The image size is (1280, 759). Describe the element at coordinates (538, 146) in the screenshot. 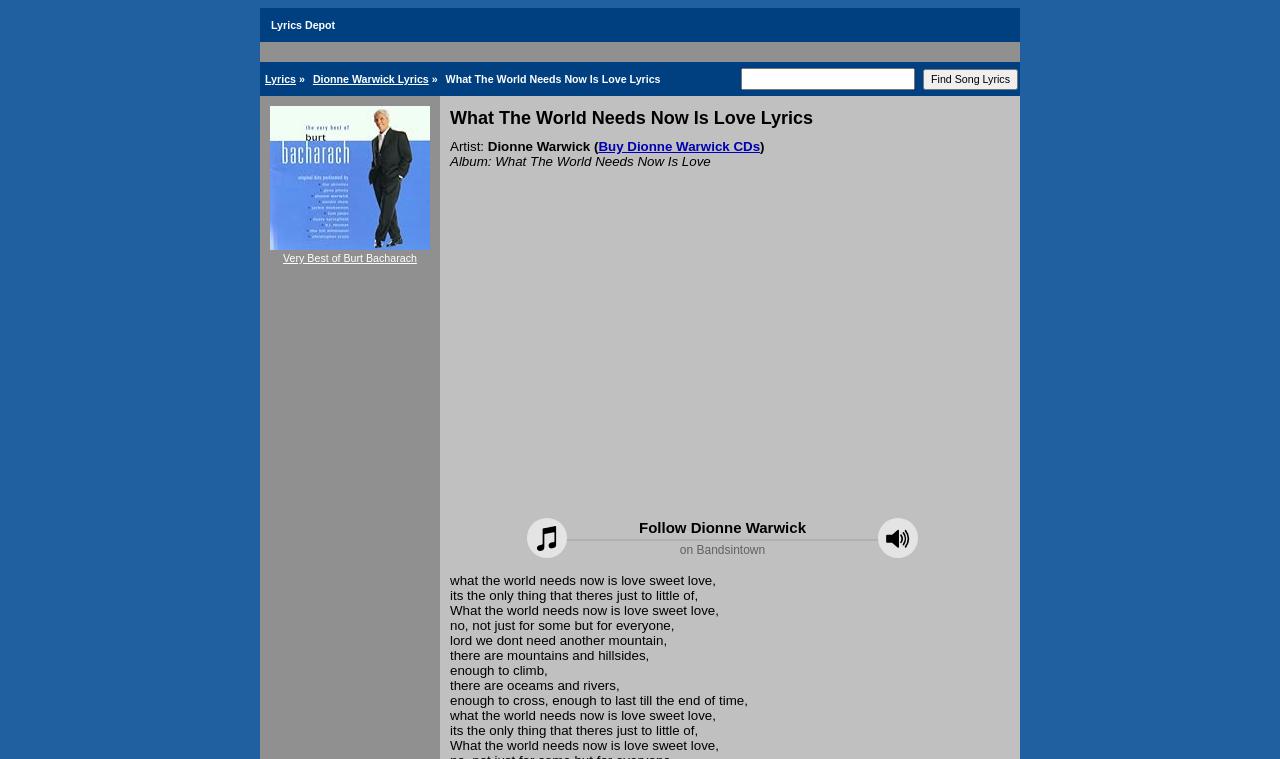

I see `'Dionne Warwick'` at that location.